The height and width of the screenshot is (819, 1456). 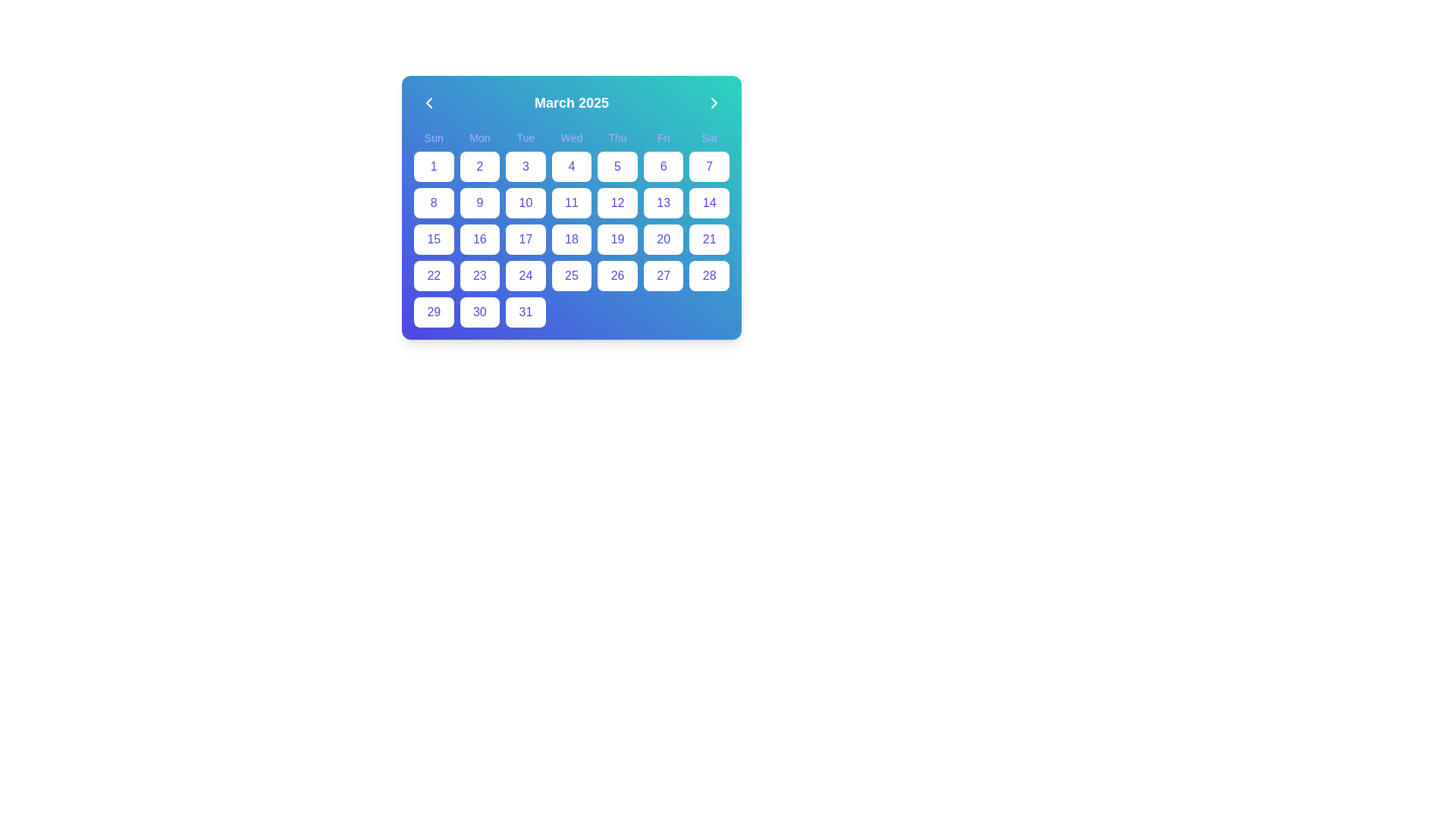 I want to click on the square button displaying the number '9' in the calendar grid, located in the second row under 'Mon', so click(x=479, y=202).